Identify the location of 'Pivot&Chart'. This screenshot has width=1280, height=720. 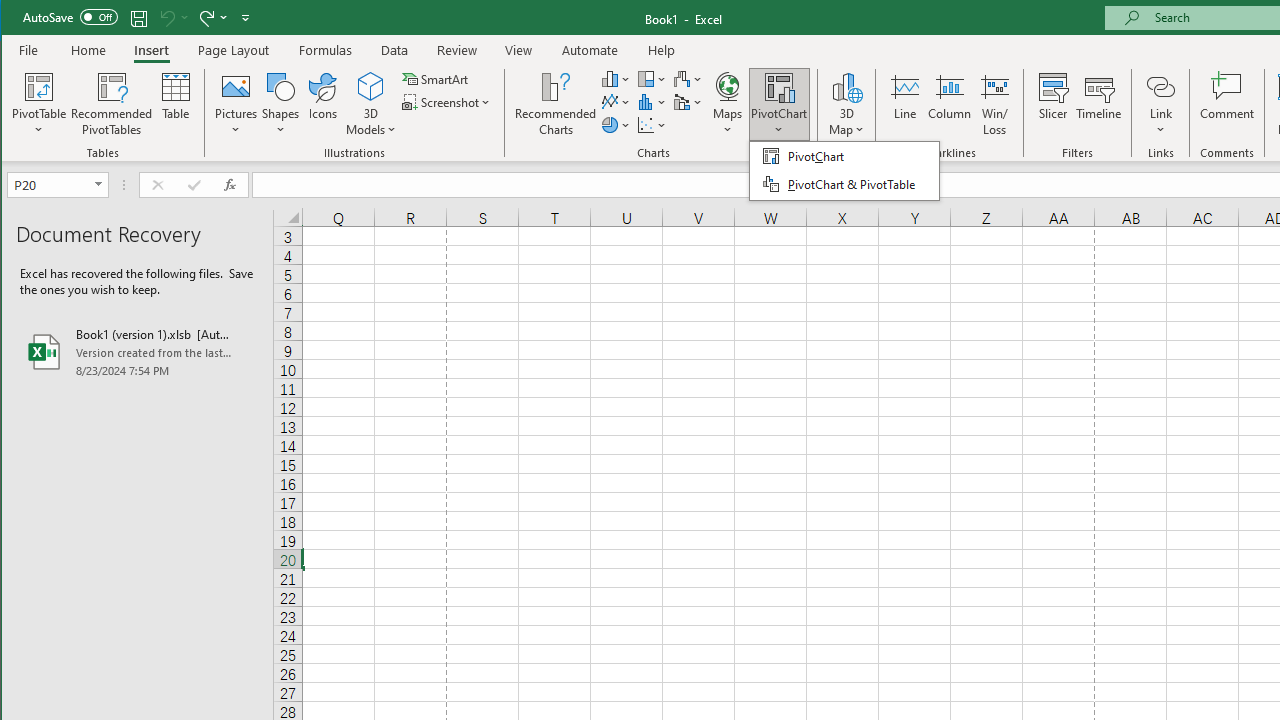
(844, 170).